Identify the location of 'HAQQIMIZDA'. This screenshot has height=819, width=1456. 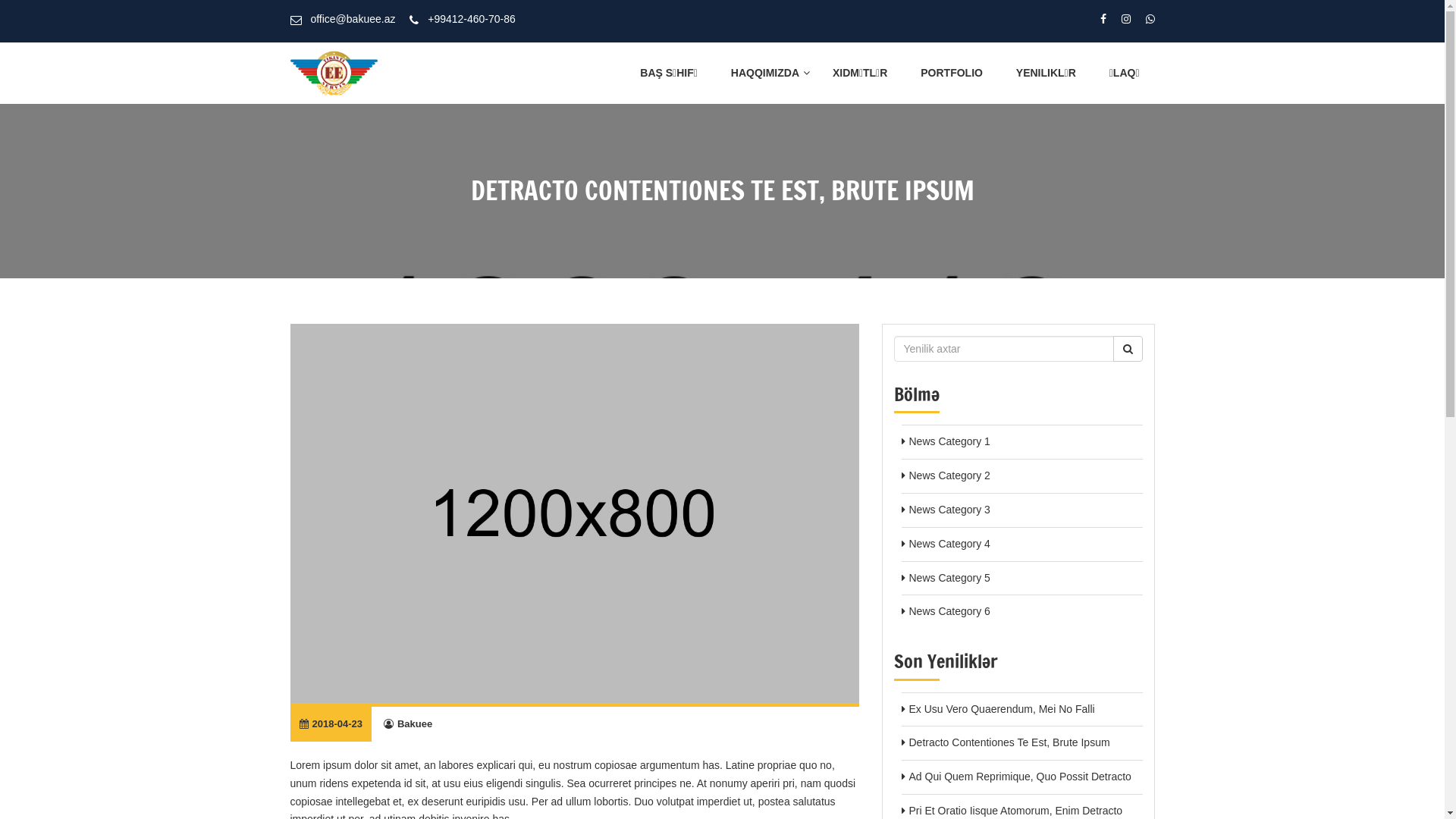
(764, 73).